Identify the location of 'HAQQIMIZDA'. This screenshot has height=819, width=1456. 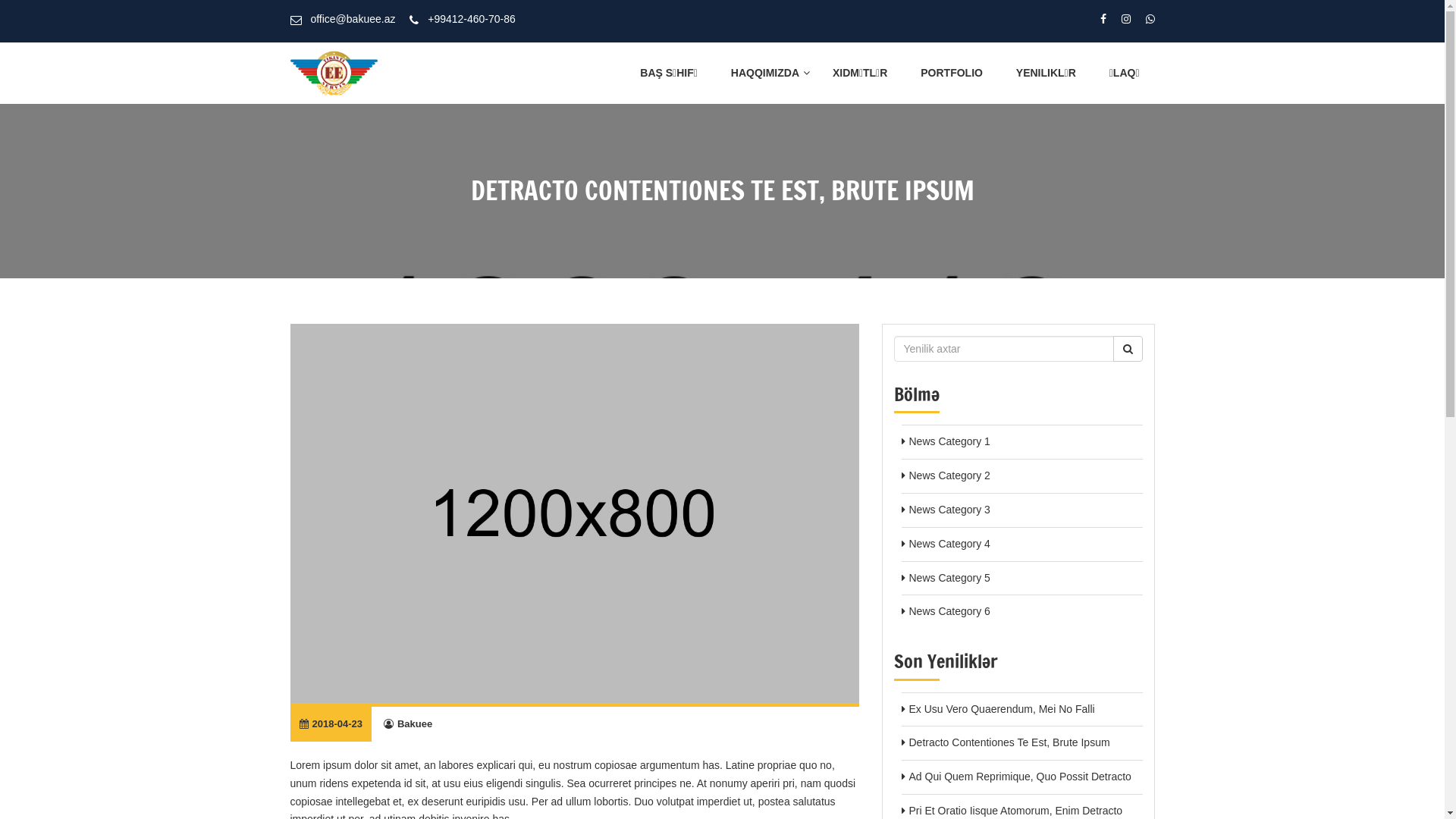
(764, 73).